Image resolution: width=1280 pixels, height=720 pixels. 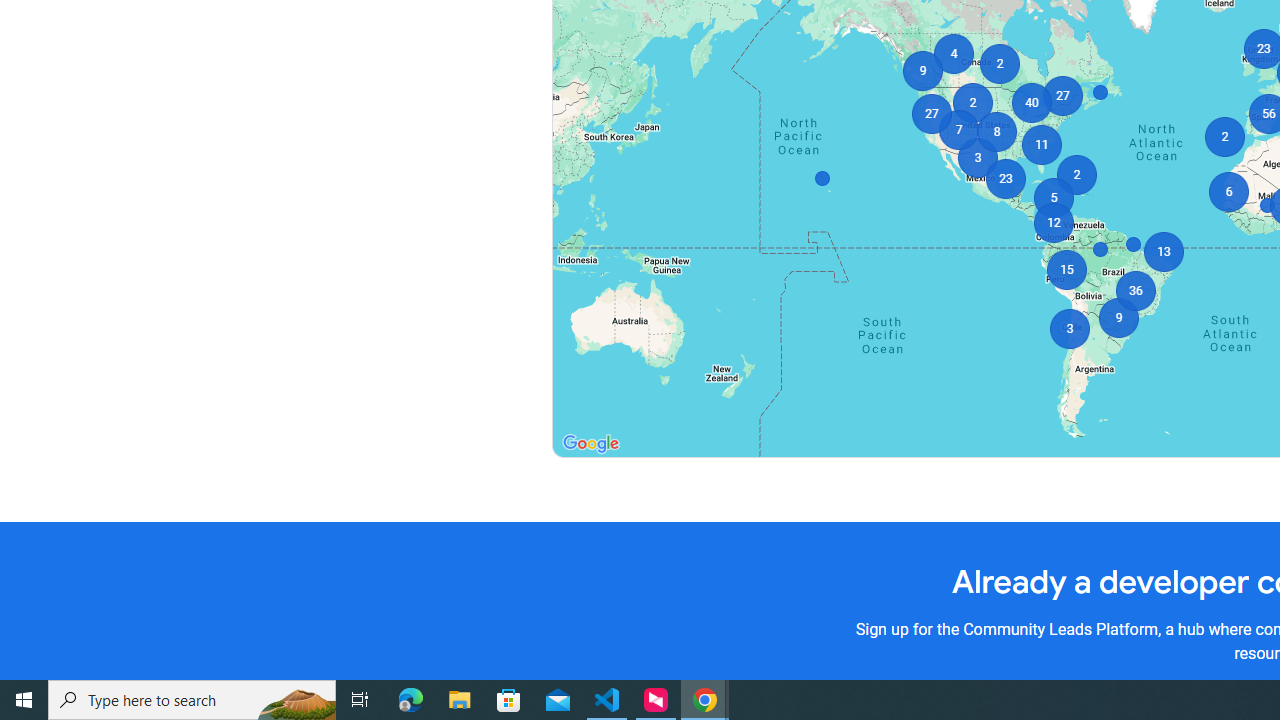 What do you see at coordinates (952, 53) in the screenshot?
I see `'4'` at bounding box center [952, 53].